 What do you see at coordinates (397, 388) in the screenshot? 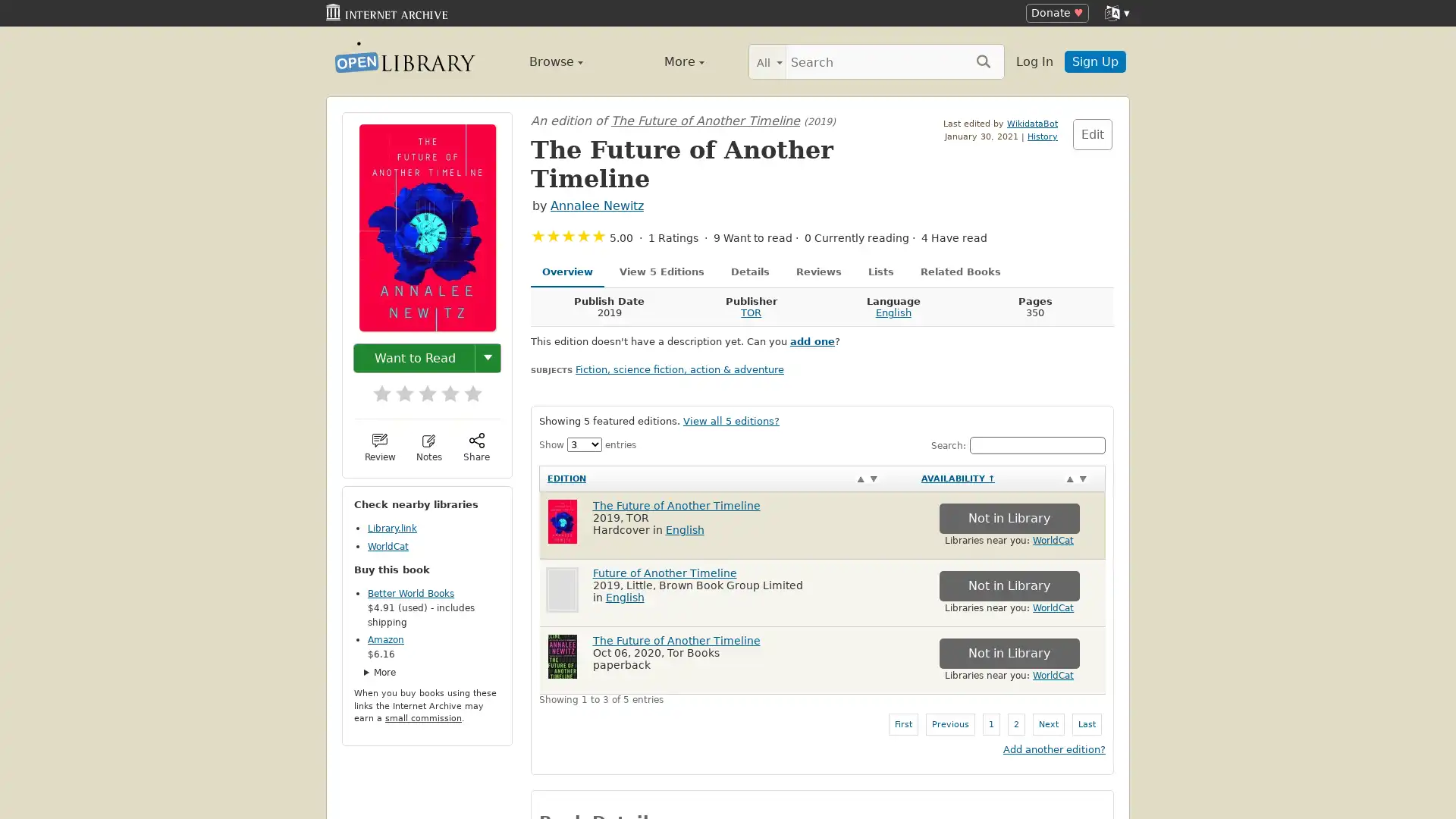
I see `2` at bounding box center [397, 388].